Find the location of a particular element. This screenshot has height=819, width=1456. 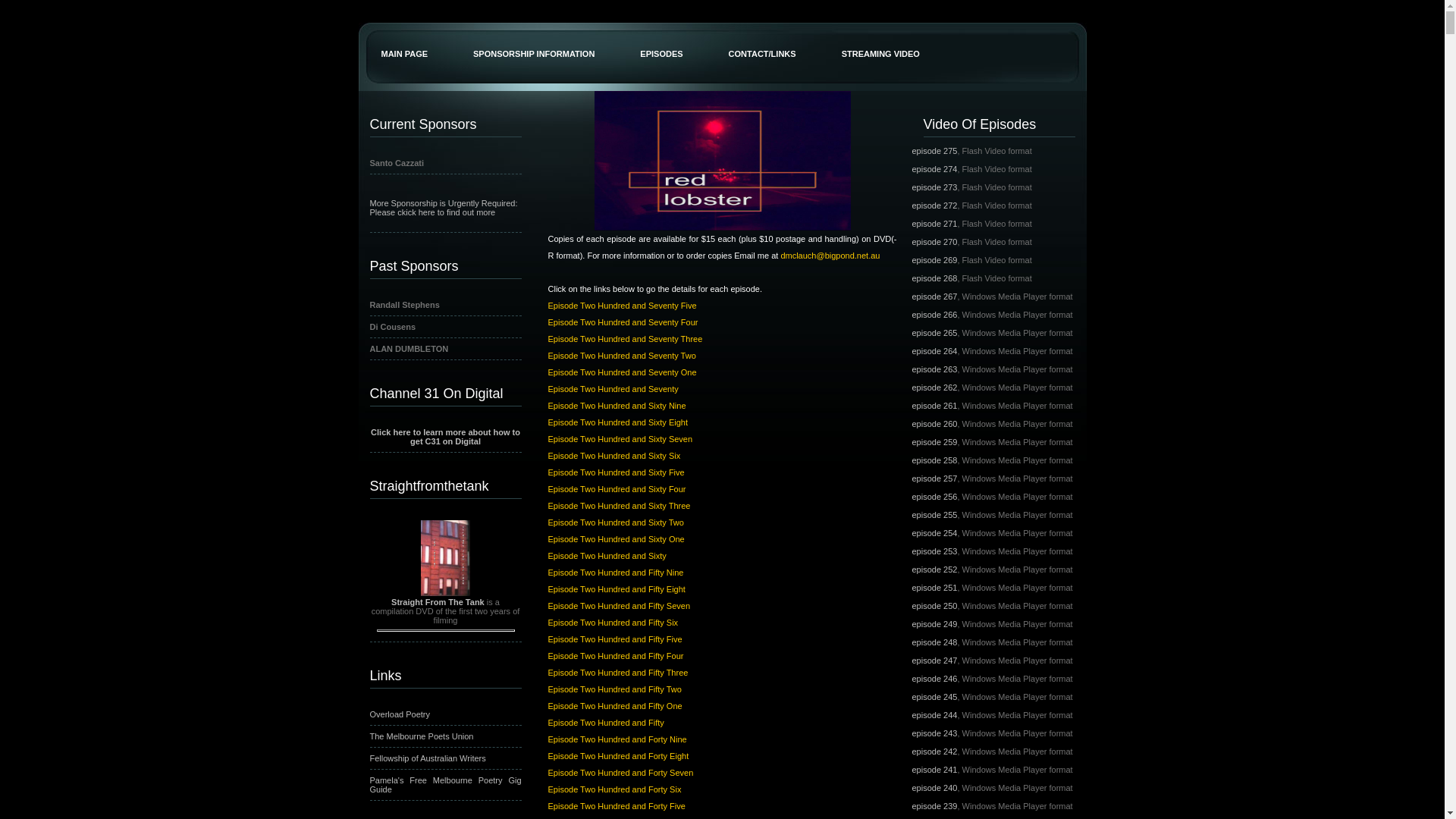

'episode 252' is located at coordinates (934, 570).